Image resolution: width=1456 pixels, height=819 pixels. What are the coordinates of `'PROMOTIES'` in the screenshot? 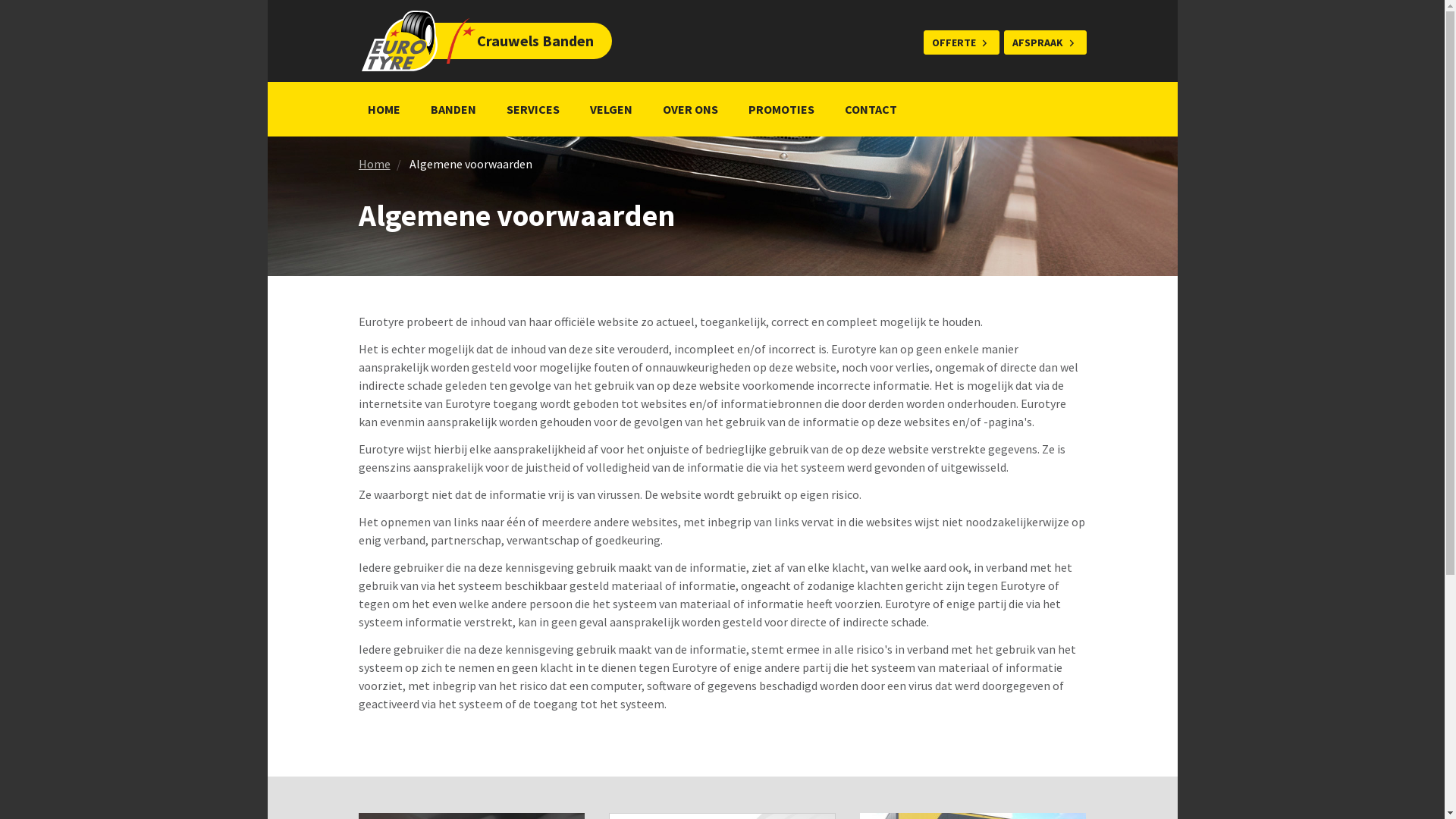 It's located at (780, 108).